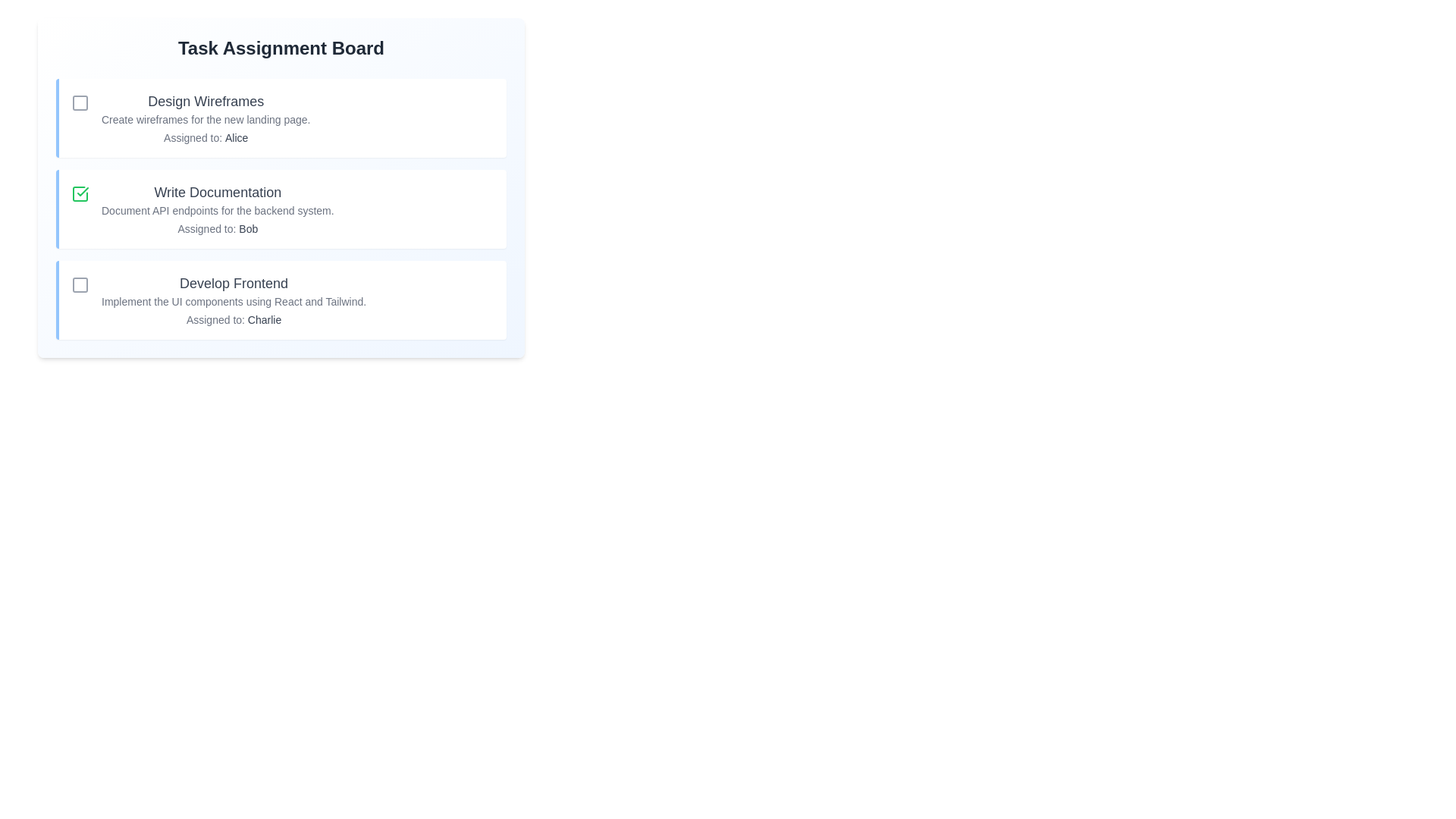 The width and height of the screenshot is (1456, 819). Describe the element at coordinates (281, 187) in the screenshot. I see `the Informational card titled 'Task Assignment Board' to highlight its content` at that location.